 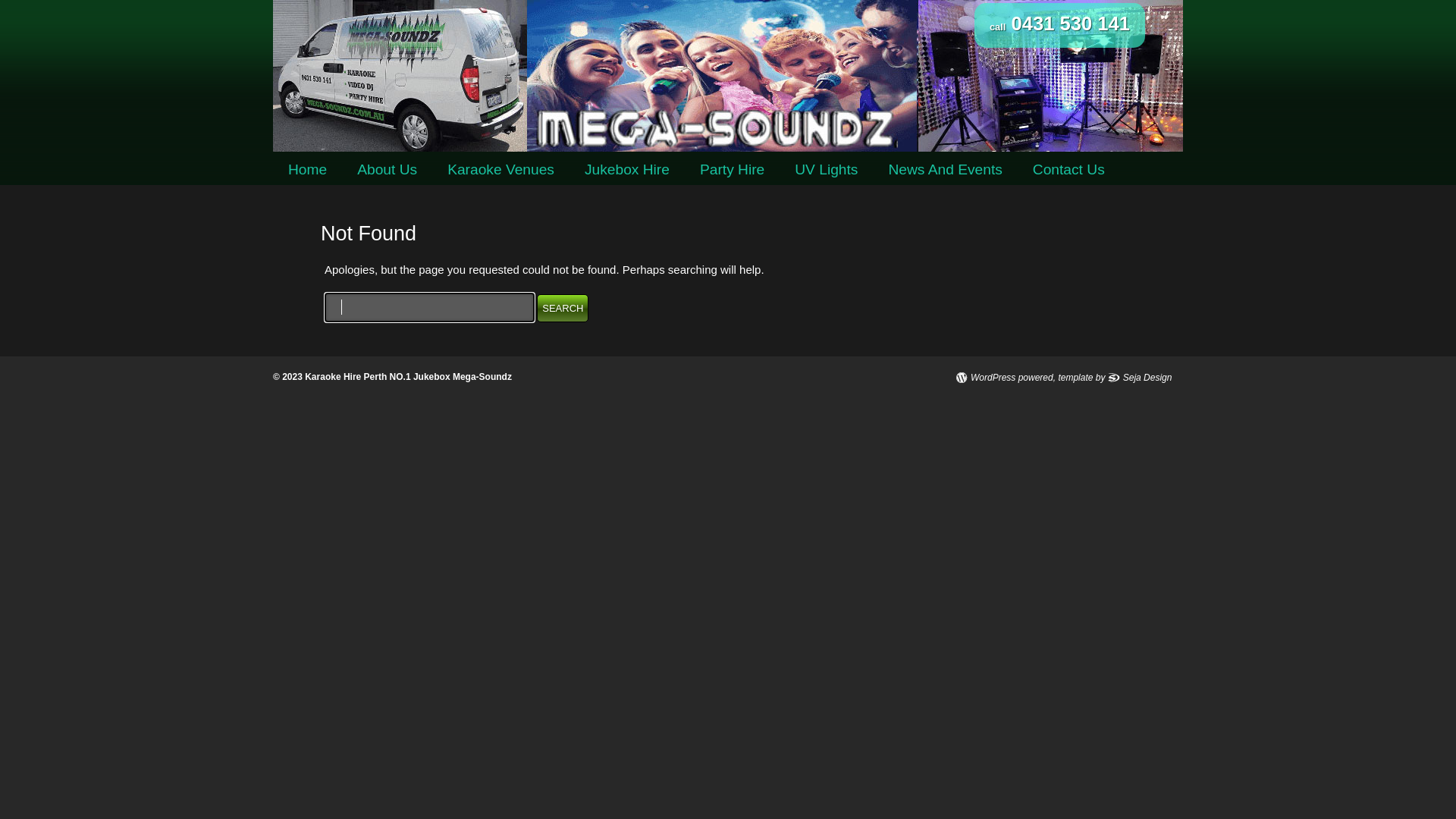 I want to click on 'Home', so click(x=306, y=169).